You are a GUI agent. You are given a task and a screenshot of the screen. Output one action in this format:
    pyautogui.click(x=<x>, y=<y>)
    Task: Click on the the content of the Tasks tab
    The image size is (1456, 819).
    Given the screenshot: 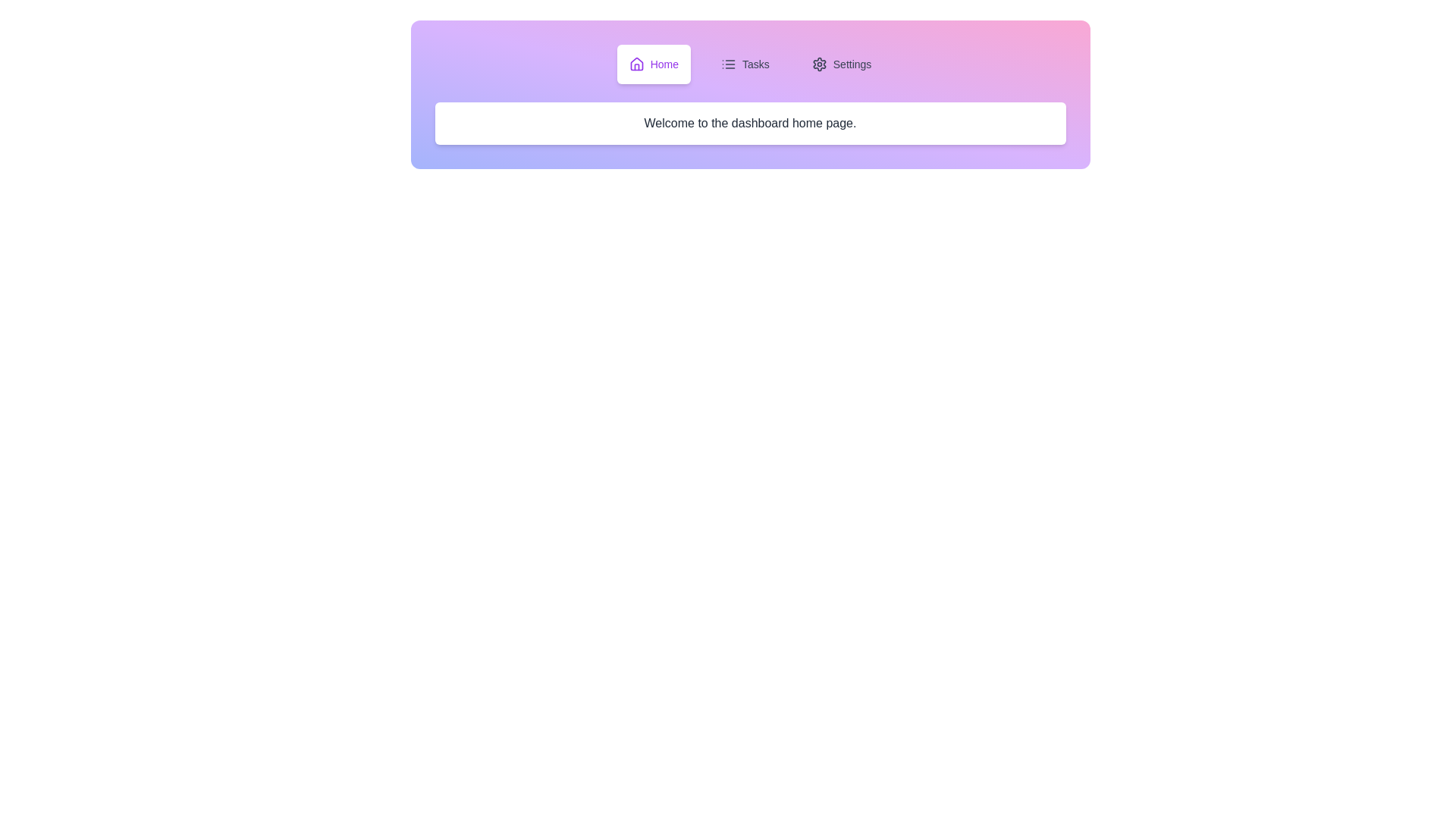 What is the action you would take?
    pyautogui.click(x=745, y=63)
    